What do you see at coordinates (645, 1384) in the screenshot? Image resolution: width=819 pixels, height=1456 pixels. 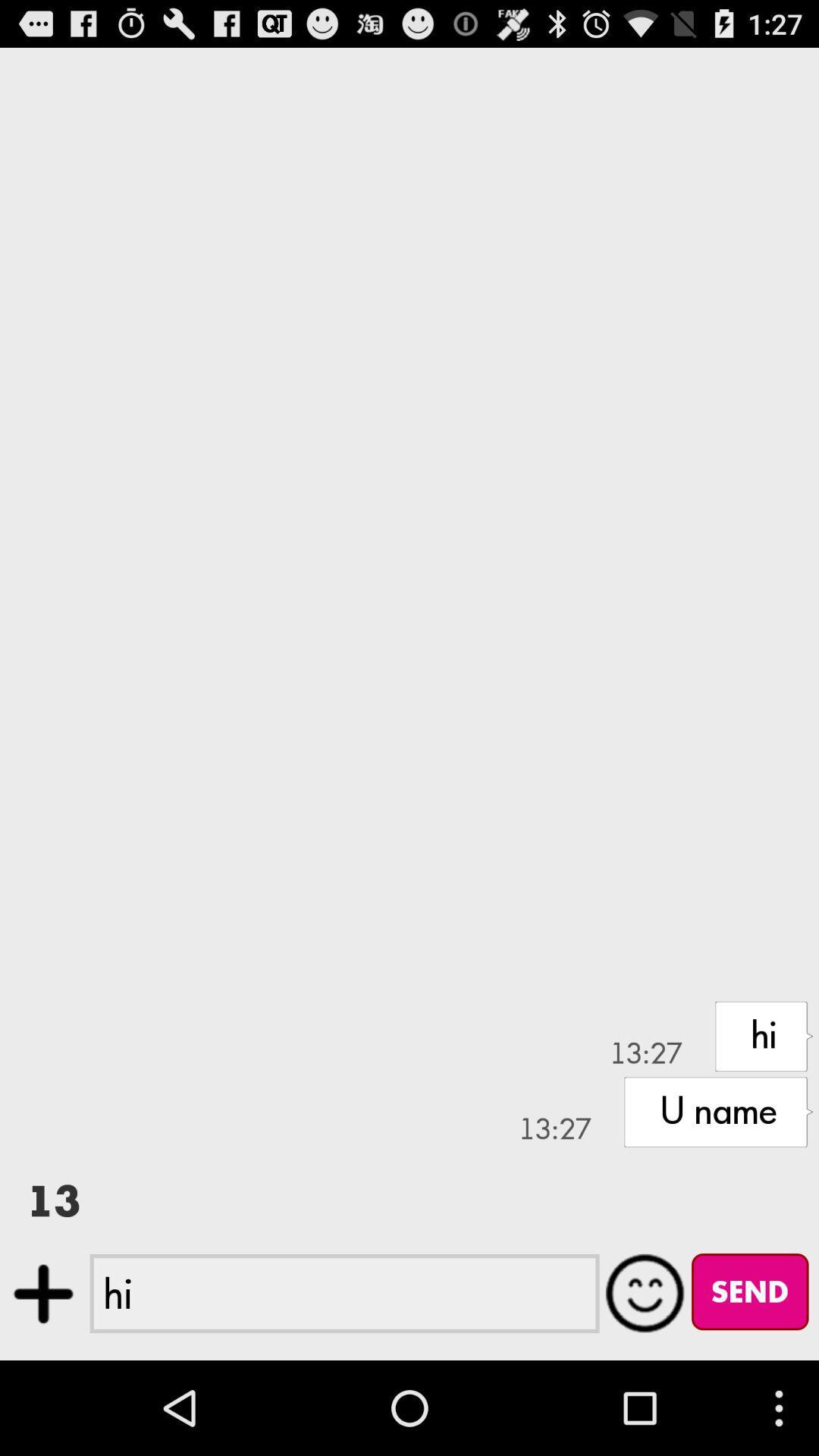 I see `the emoji icon` at bounding box center [645, 1384].